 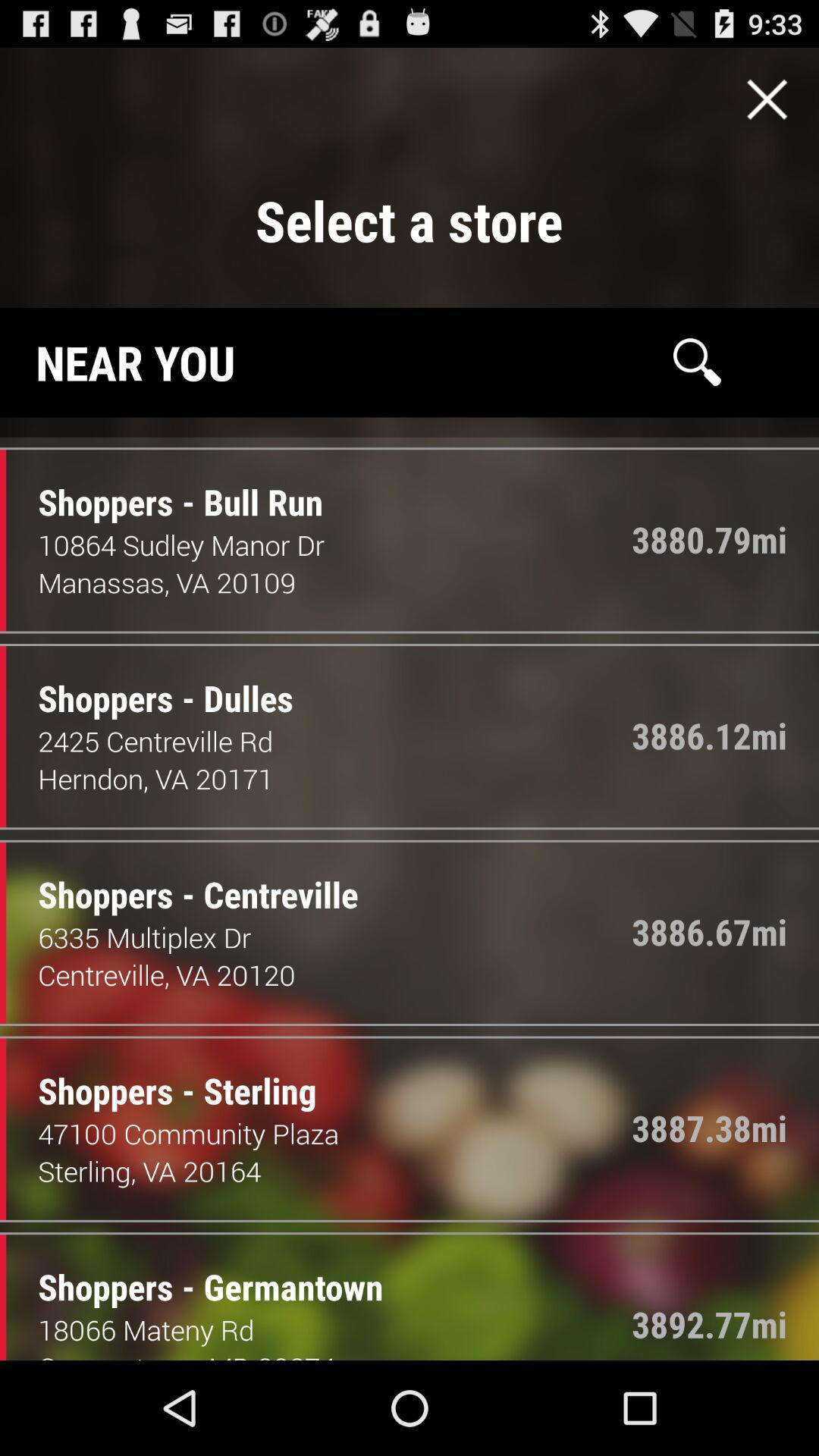 I want to click on the shoppers - bull run, so click(x=168, y=487).